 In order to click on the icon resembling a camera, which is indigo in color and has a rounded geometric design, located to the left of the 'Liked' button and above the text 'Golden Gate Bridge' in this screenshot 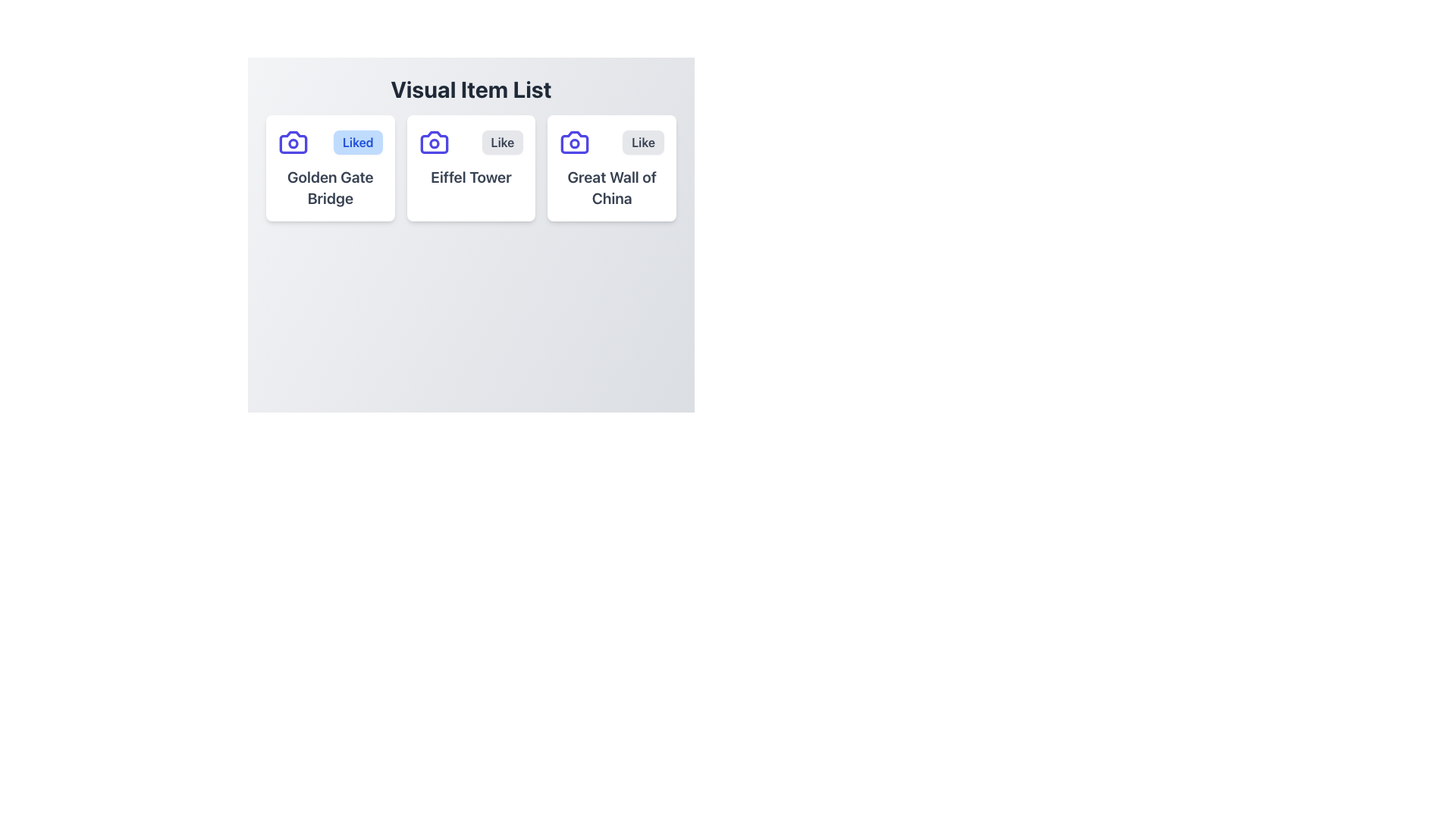, I will do `click(293, 143)`.